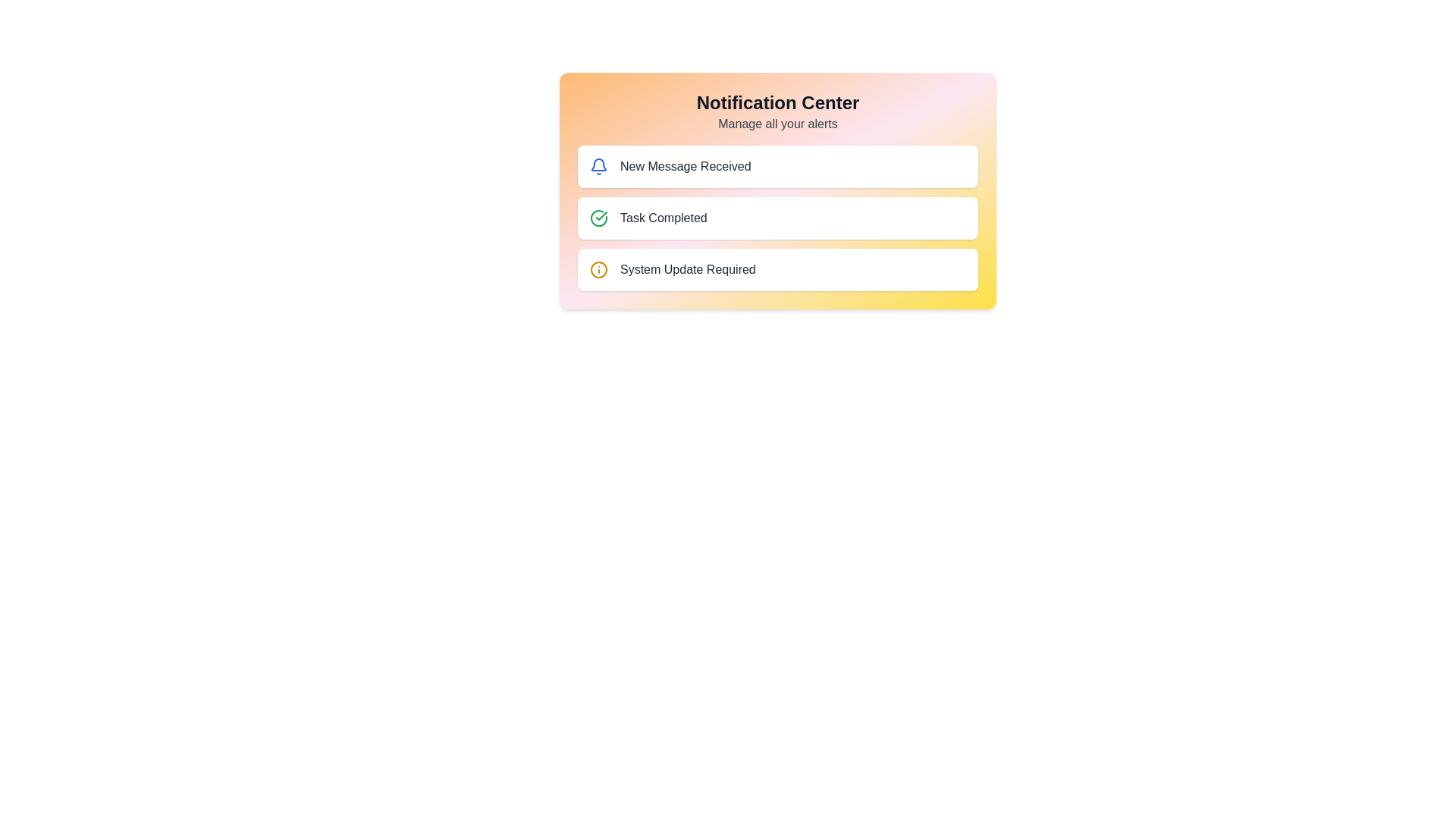 This screenshot has height=819, width=1456. I want to click on the notification icon for System Update Required, so click(598, 268).